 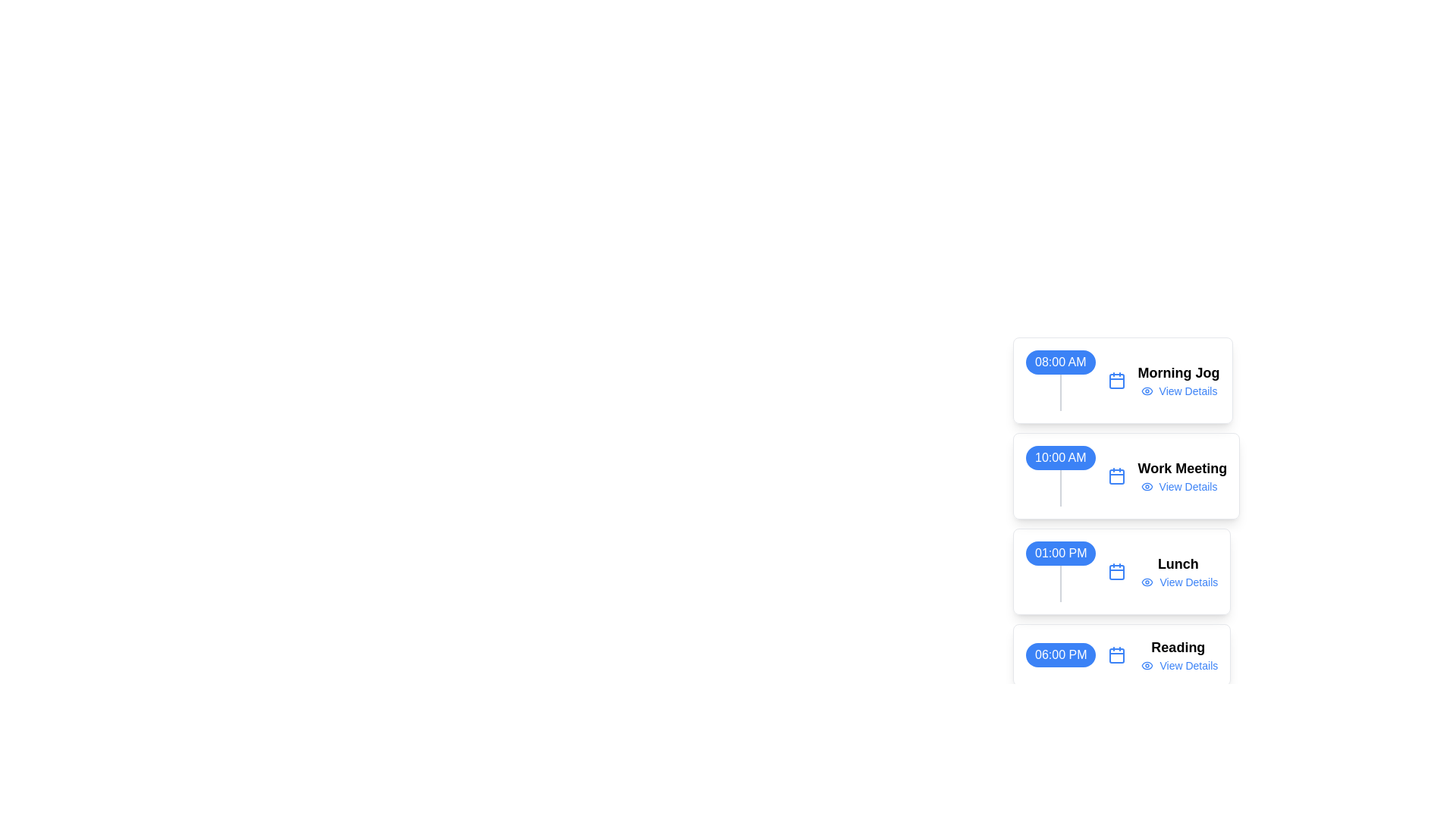 I want to click on 'Morning Jog' text for event identification from the Composite element located in the '08:00 AM' event block, aligned towards the right side, next to a calendar icon, so click(x=1178, y=379).